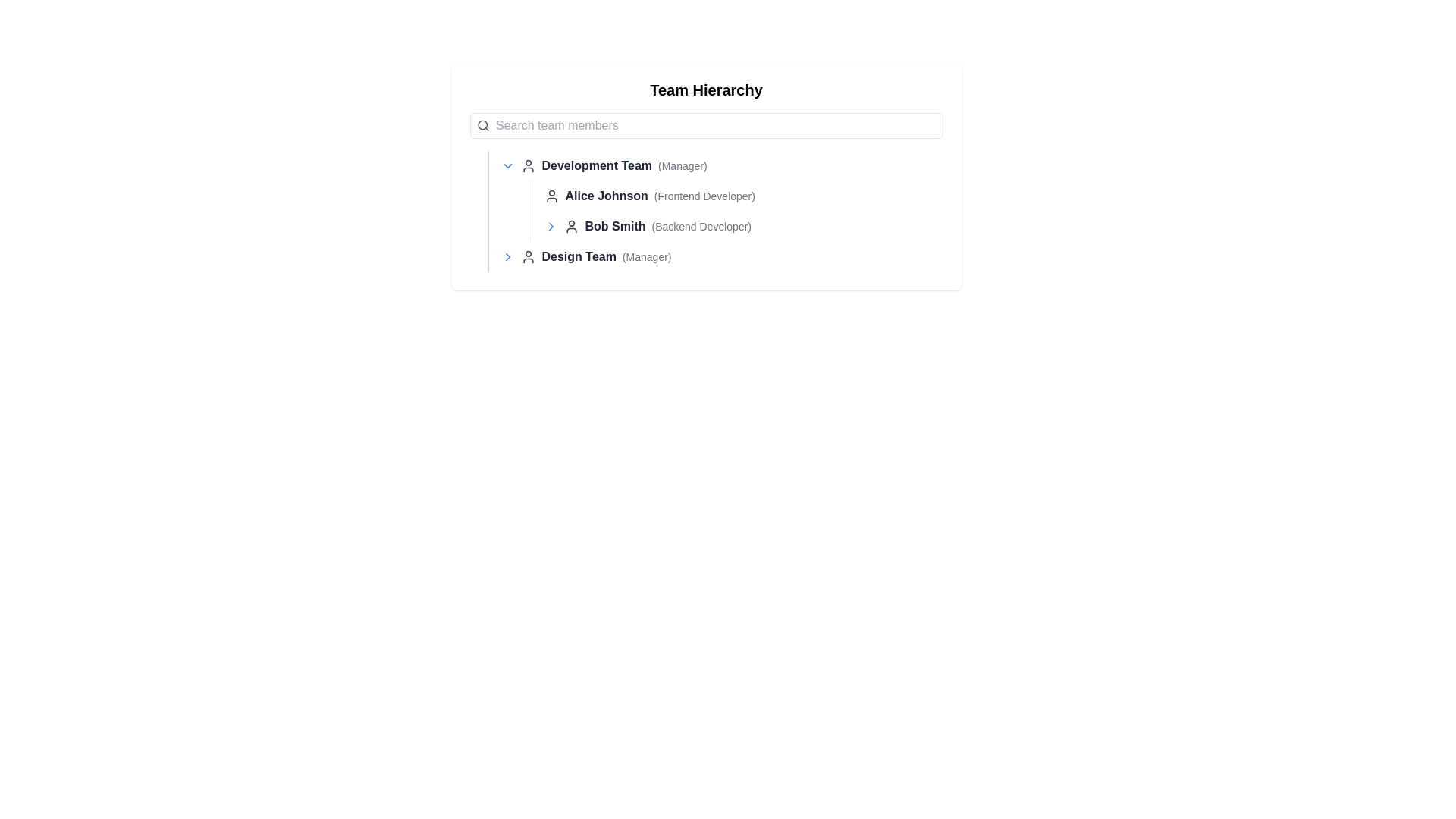 This screenshot has height=819, width=1456. Describe the element at coordinates (507, 166) in the screenshot. I see `the toggle chevron icon for expanding or collapsing the hierarchical structure of the 'Development Team (Manager)'` at that location.